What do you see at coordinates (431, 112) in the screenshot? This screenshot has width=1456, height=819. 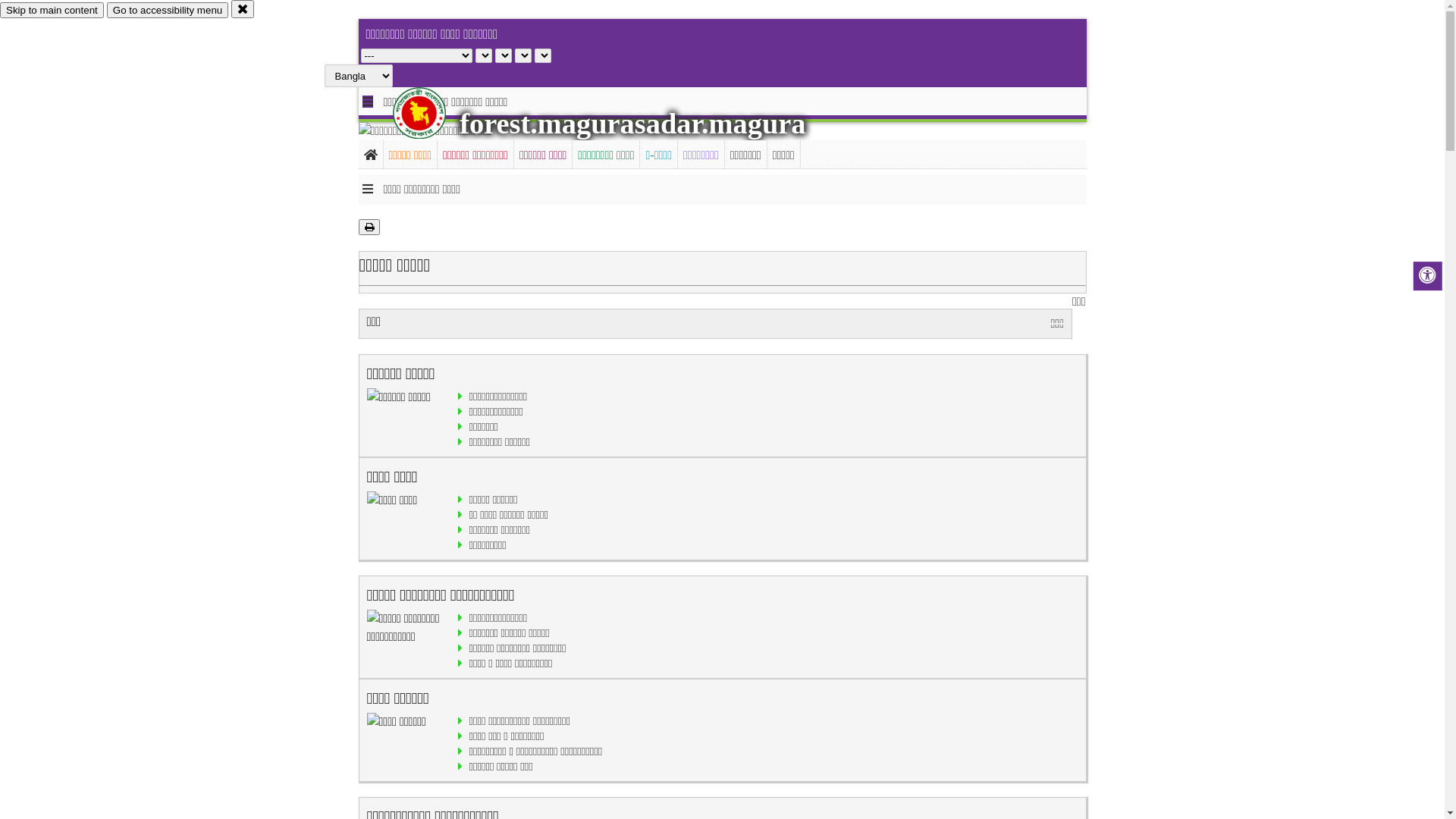 I see `'` at bounding box center [431, 112].